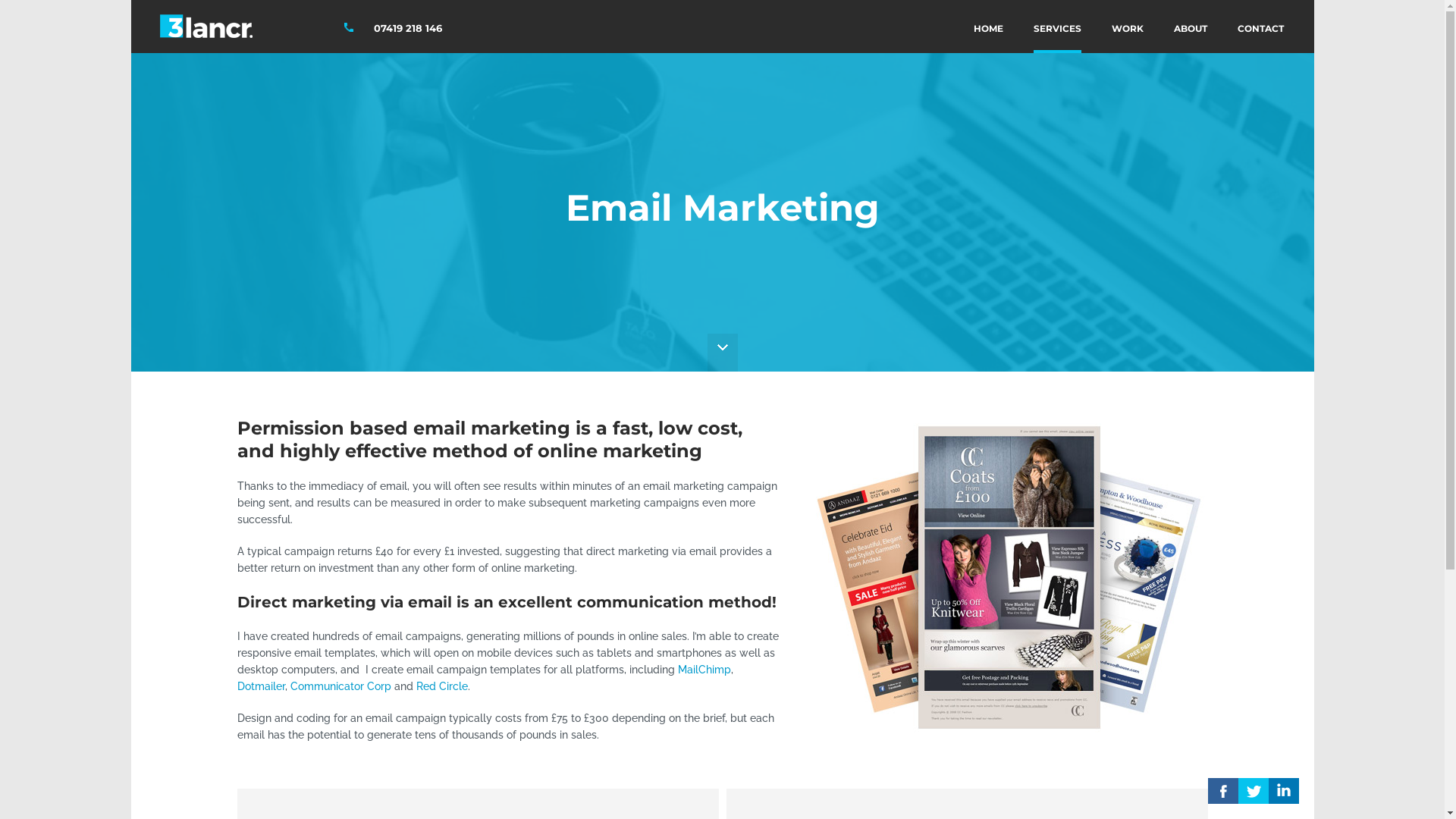 Image resolution: width=1456 pixels, height=819 pixels. I want to click on '07419 218 146', so click(407, 28).